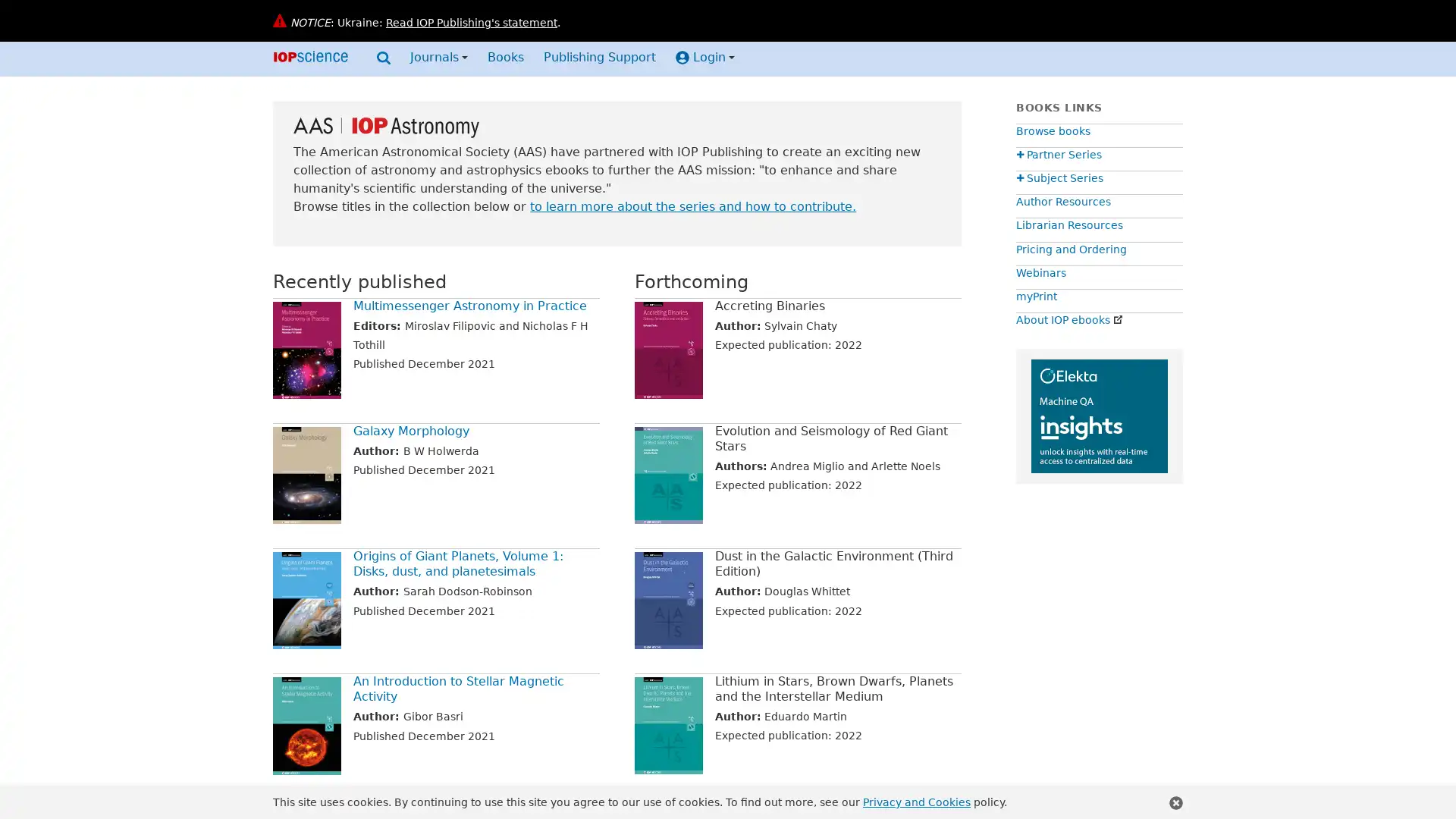 This screenshot has height=819, width=1456. I want to click on Subject Series, so click(1059, 177).